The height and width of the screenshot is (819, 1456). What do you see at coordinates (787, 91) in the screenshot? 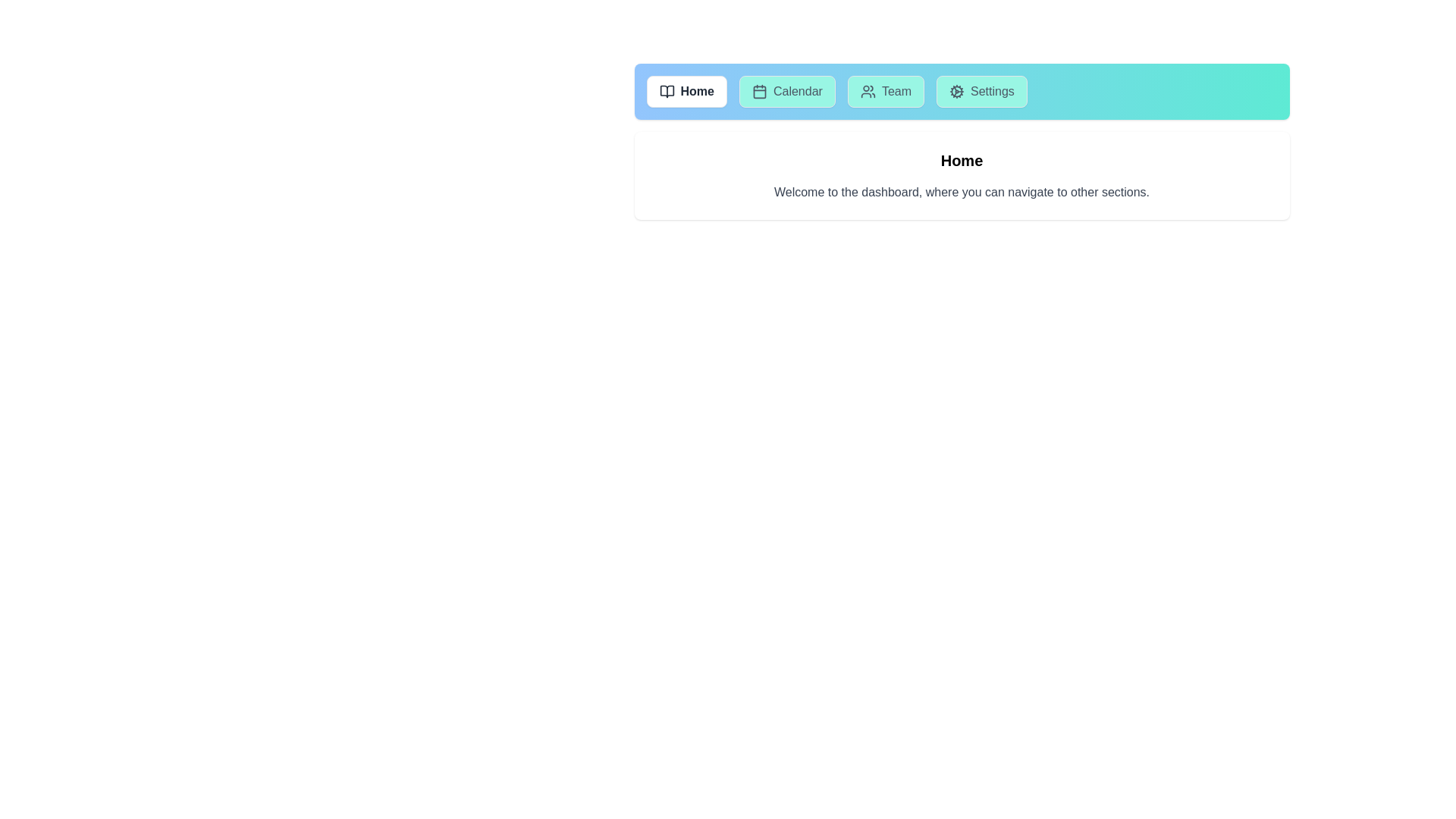
I see `the tab labeled Calendar to observe its hover effect` at bounding box center [787, 91].